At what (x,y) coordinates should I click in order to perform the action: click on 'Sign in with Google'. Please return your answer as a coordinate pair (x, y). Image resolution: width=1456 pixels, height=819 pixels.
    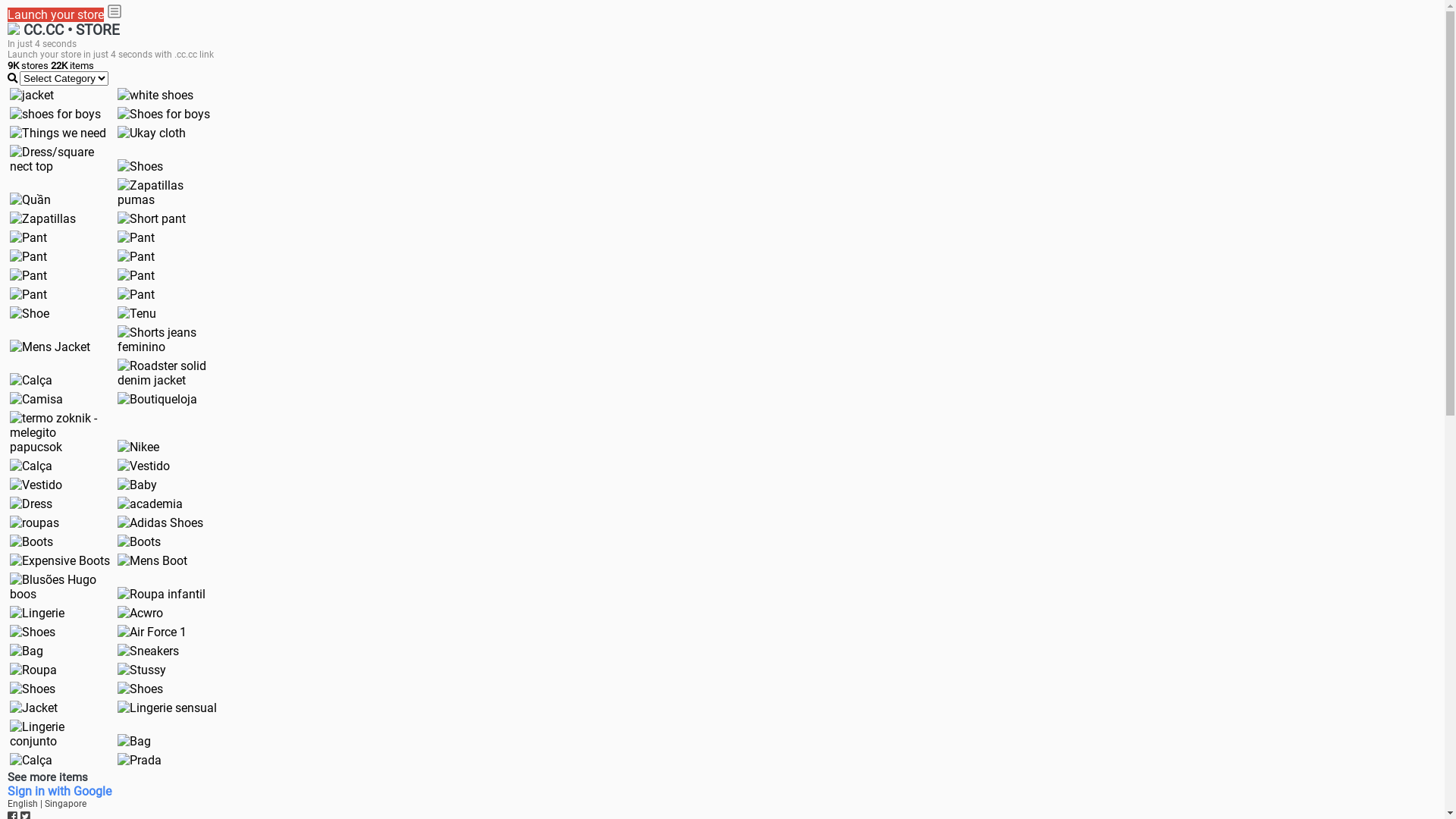
    Looking at the image, I should click on (7, 790).